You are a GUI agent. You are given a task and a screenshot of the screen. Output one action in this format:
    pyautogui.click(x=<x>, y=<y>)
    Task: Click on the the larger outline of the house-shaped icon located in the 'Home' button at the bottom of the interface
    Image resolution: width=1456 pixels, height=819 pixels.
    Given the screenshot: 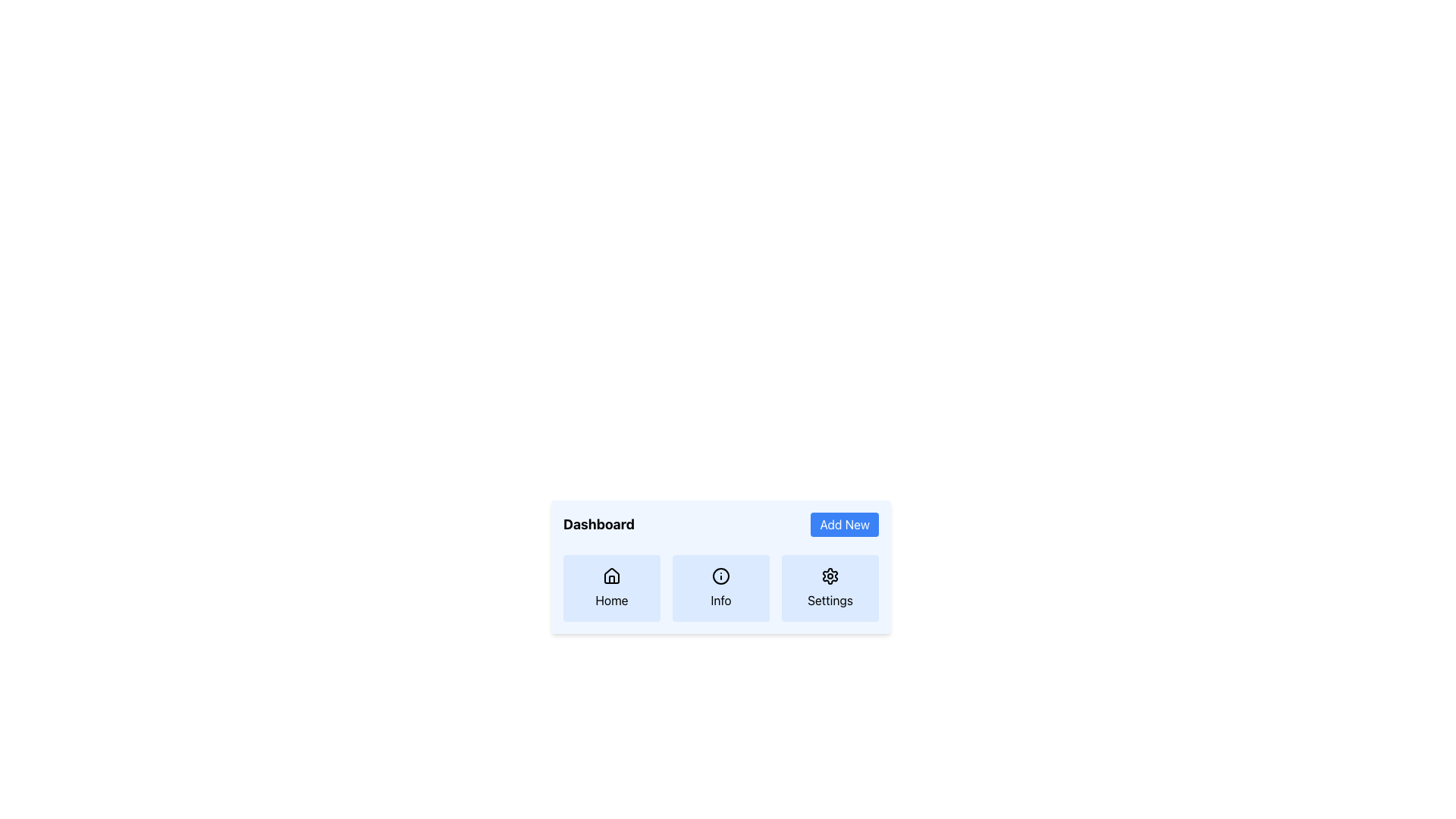 What is the action you would take?
    pyautogui.click(x=611, y=576)
    